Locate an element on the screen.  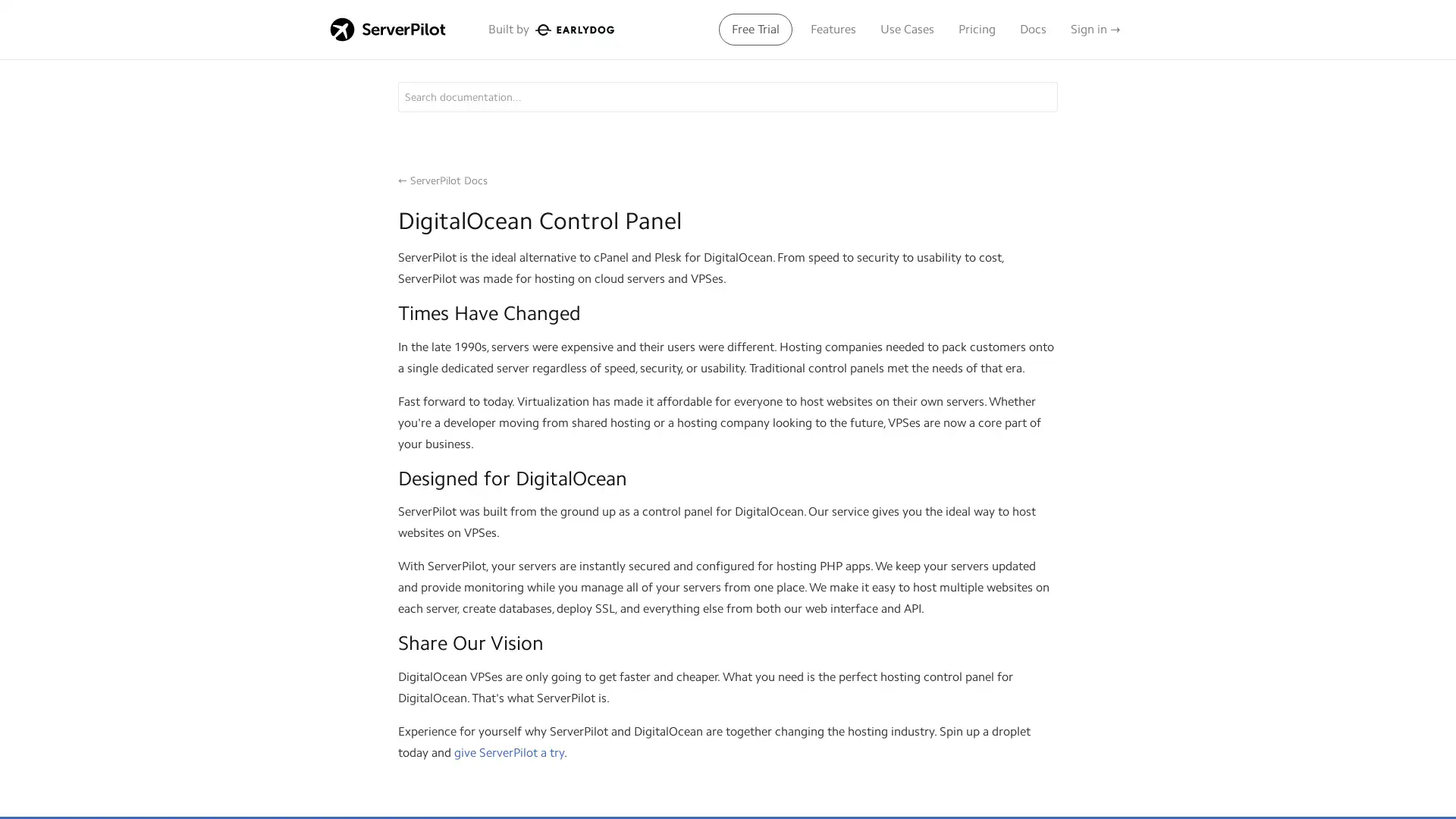
Use Cases is located at coordinates (907, 29).